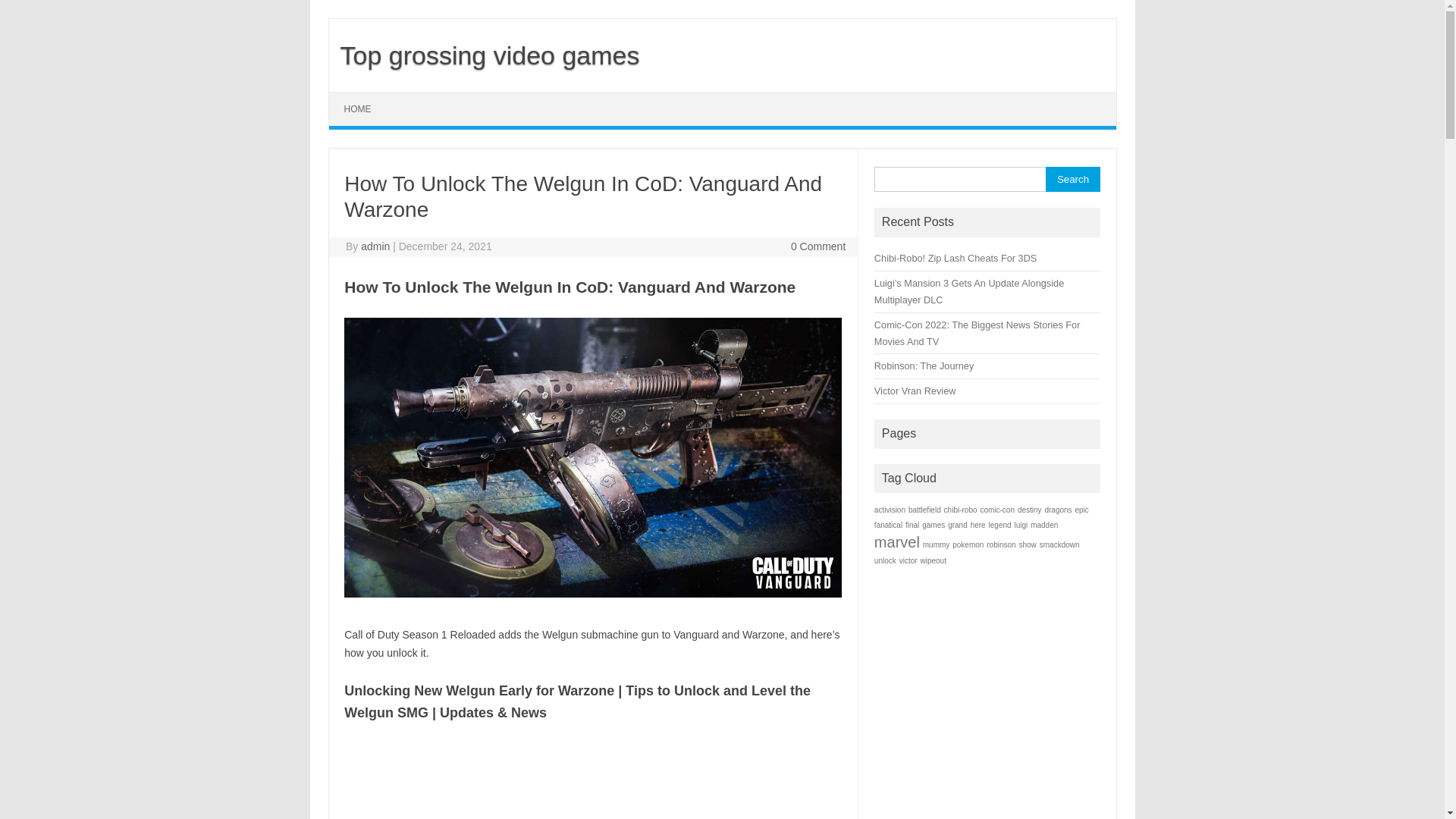  What do you see at coordinates (935, 544) in the screenshot?
I see `'mummy'` at bounding box center [935, 544].